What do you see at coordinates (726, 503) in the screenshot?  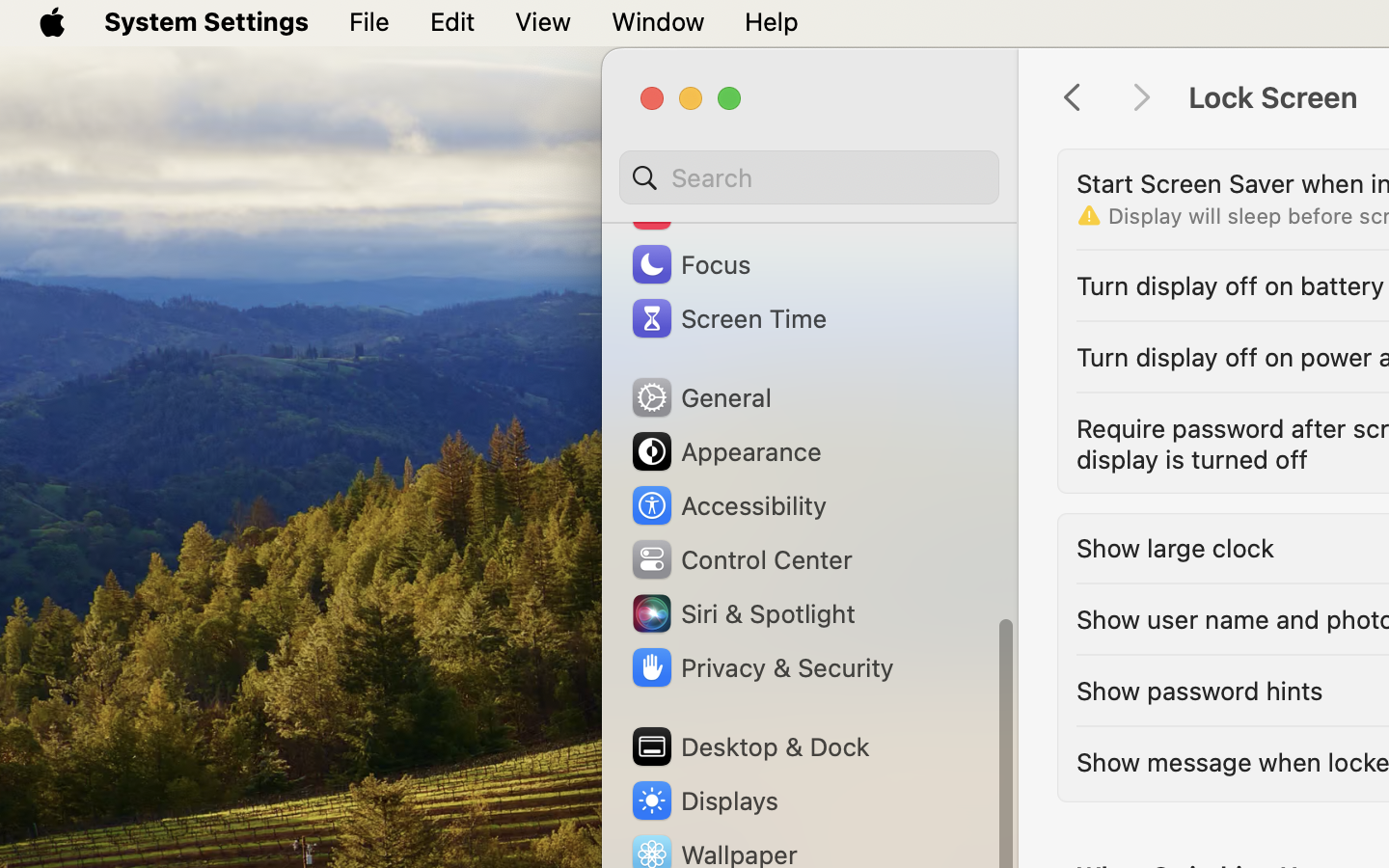 I see `'Accessibility'` at bounding box center [726, 503].